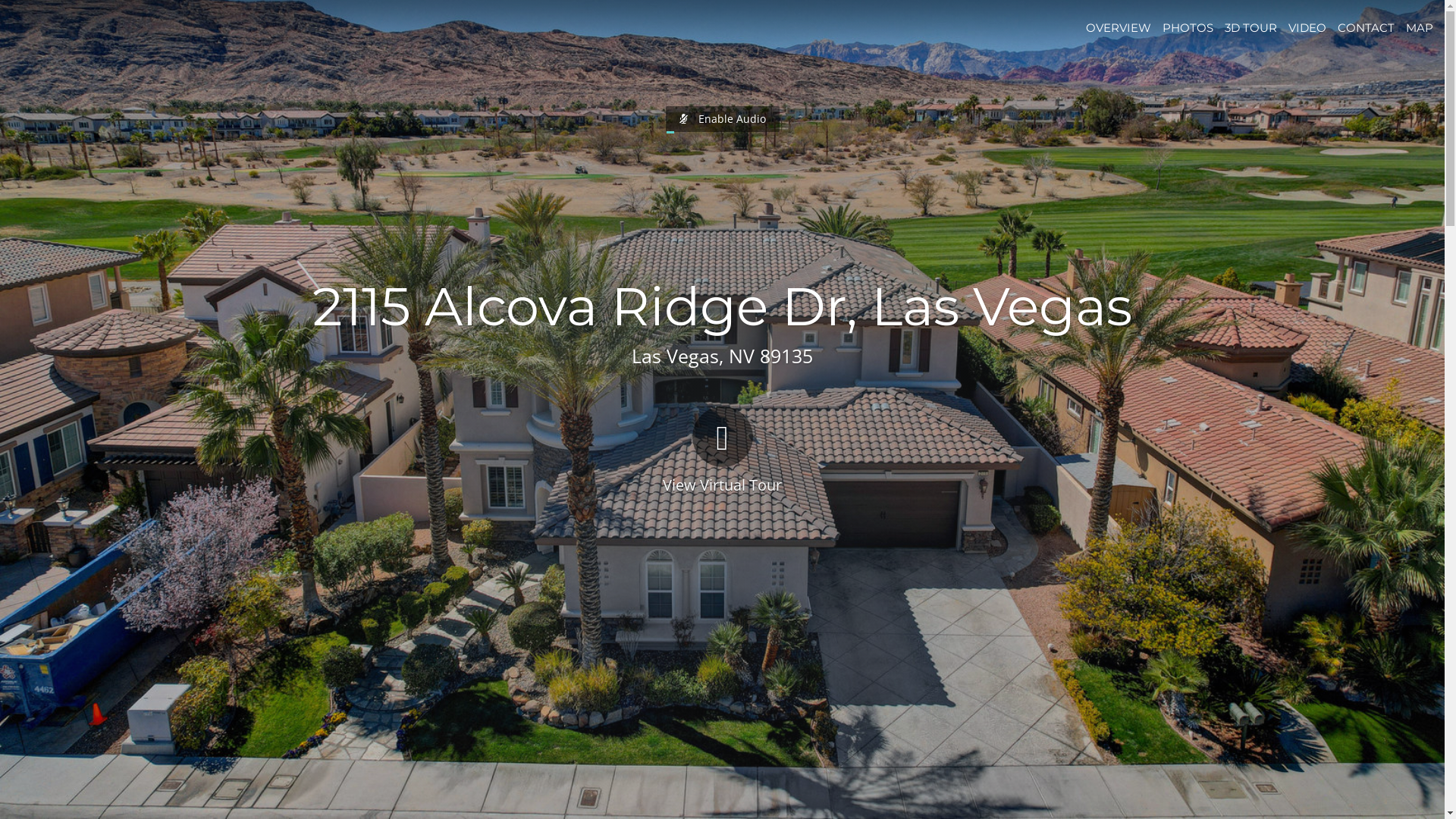 Image resolution: width=1456 pixels, height=819 pixels. I want to click on 'PHOTOS', so click(1187, 27).